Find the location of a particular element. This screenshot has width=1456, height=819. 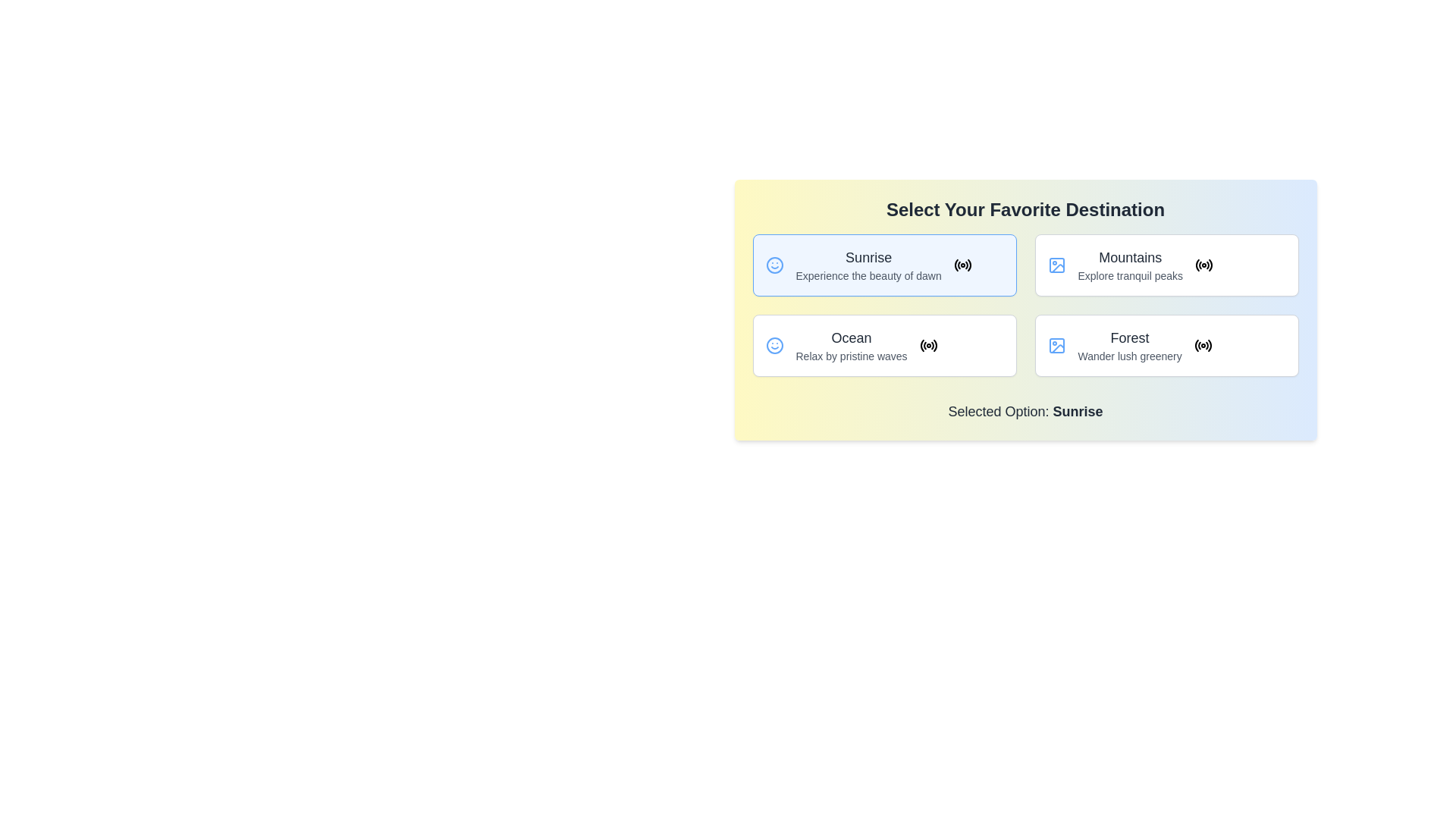

the prominent heading labeled 'Select Your Favorite Destination', styled in bold and large text, located at the top of the interface is located at coordinates (1025, 210).